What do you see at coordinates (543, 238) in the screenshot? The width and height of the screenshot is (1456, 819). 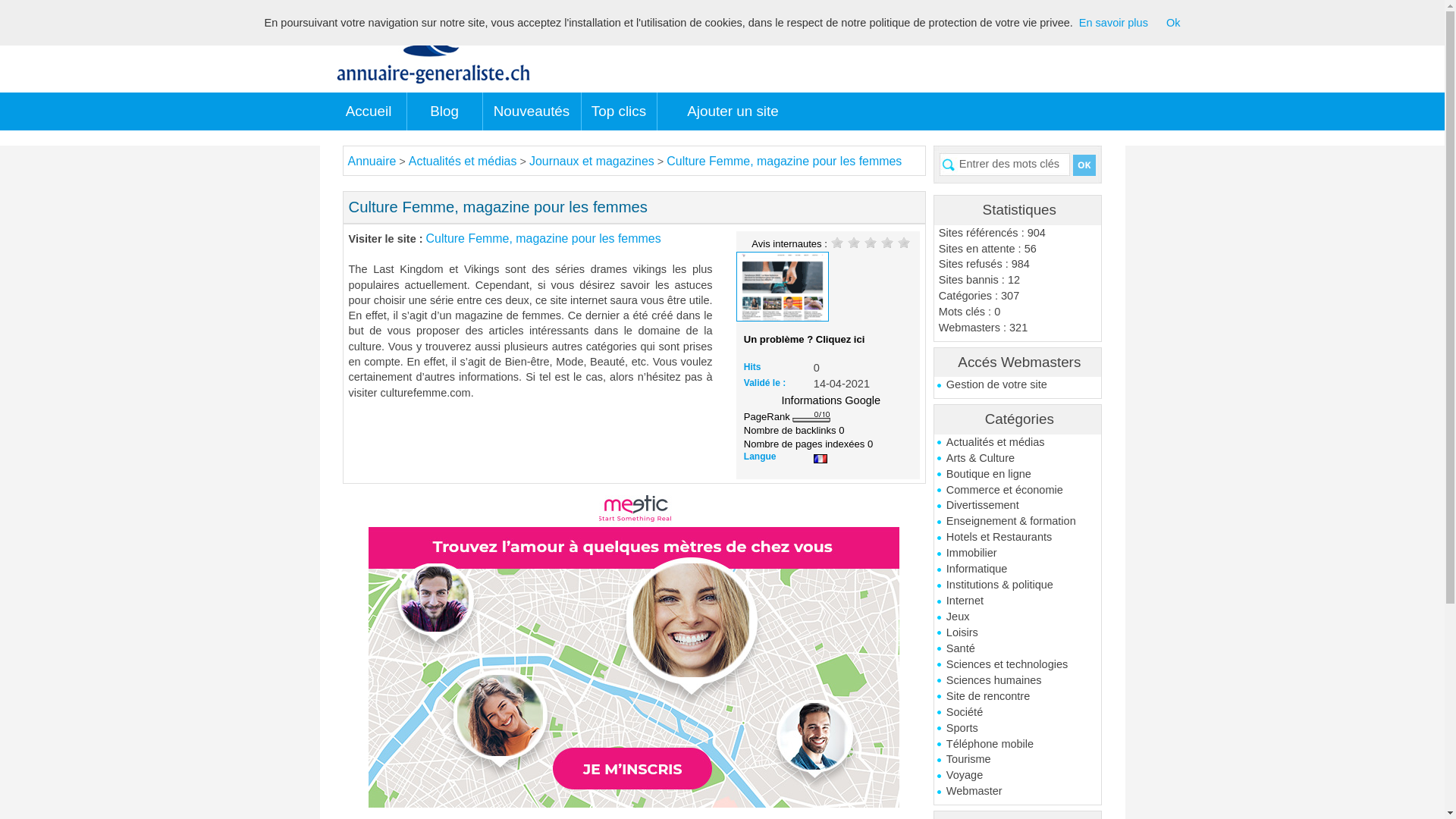 I see `'Culture Femme, magazine pour les femmes'` at bounding box center [543, 238].